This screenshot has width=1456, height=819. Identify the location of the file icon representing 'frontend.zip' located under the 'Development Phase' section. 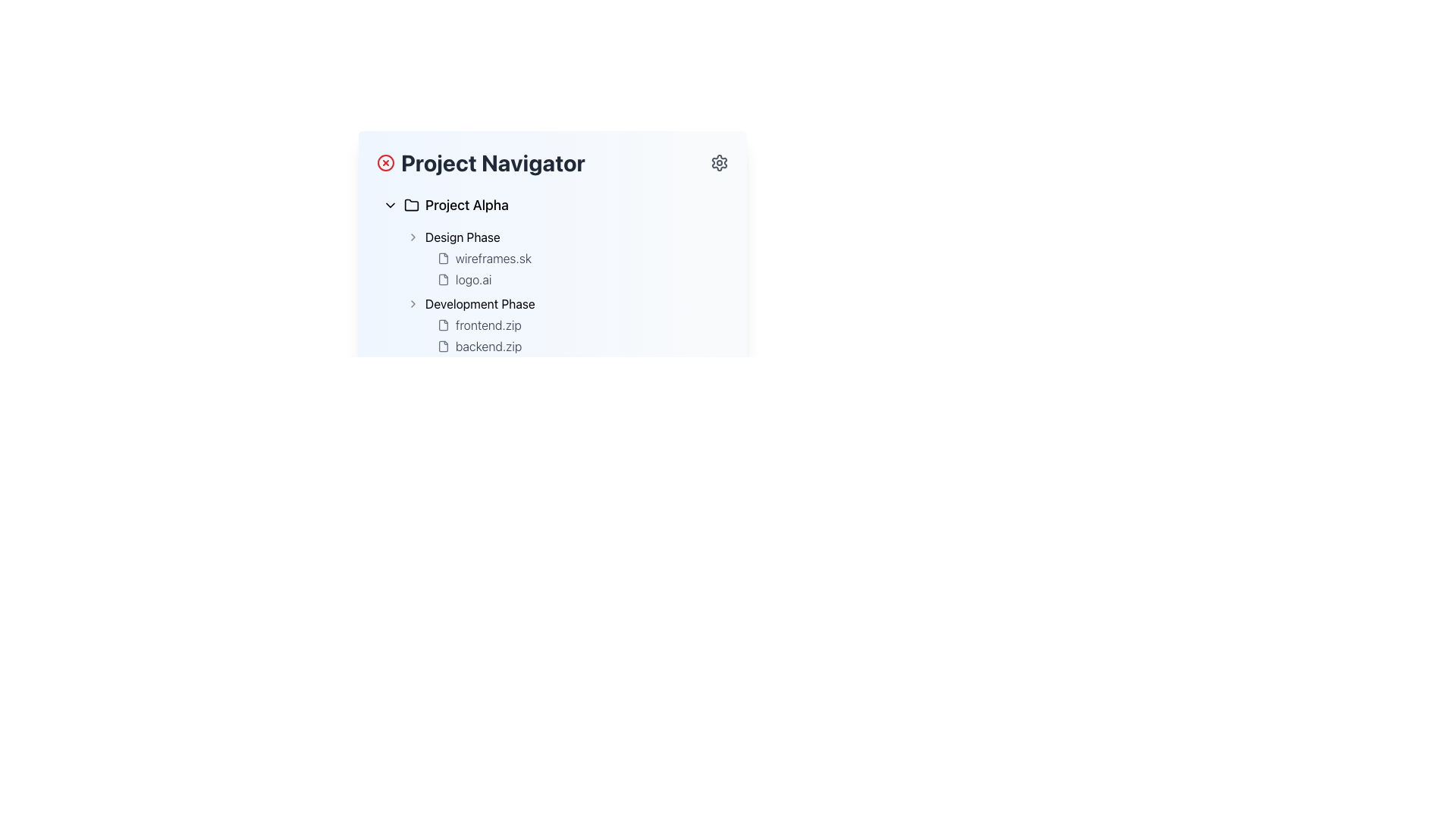
(443, 324).